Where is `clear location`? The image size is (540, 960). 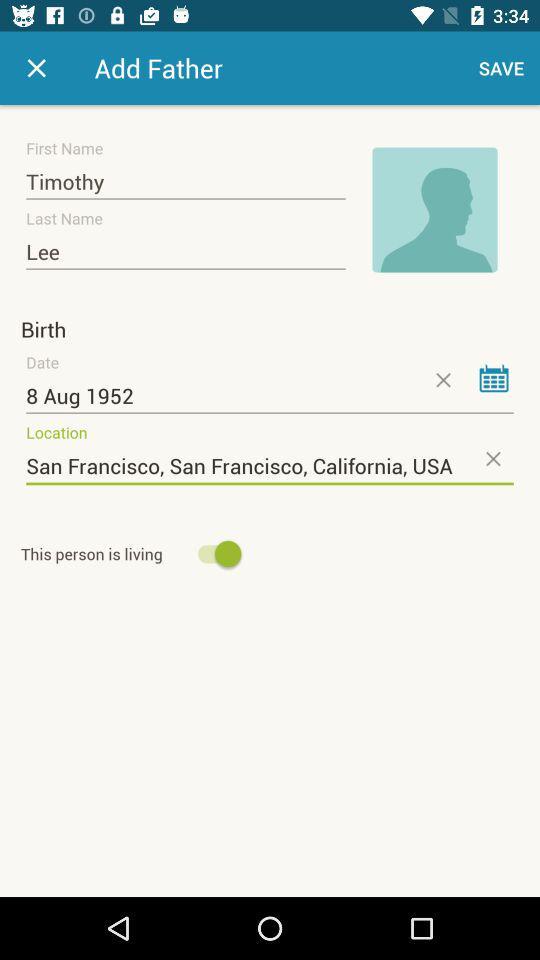
clear location is located at coordinates (491, 458).